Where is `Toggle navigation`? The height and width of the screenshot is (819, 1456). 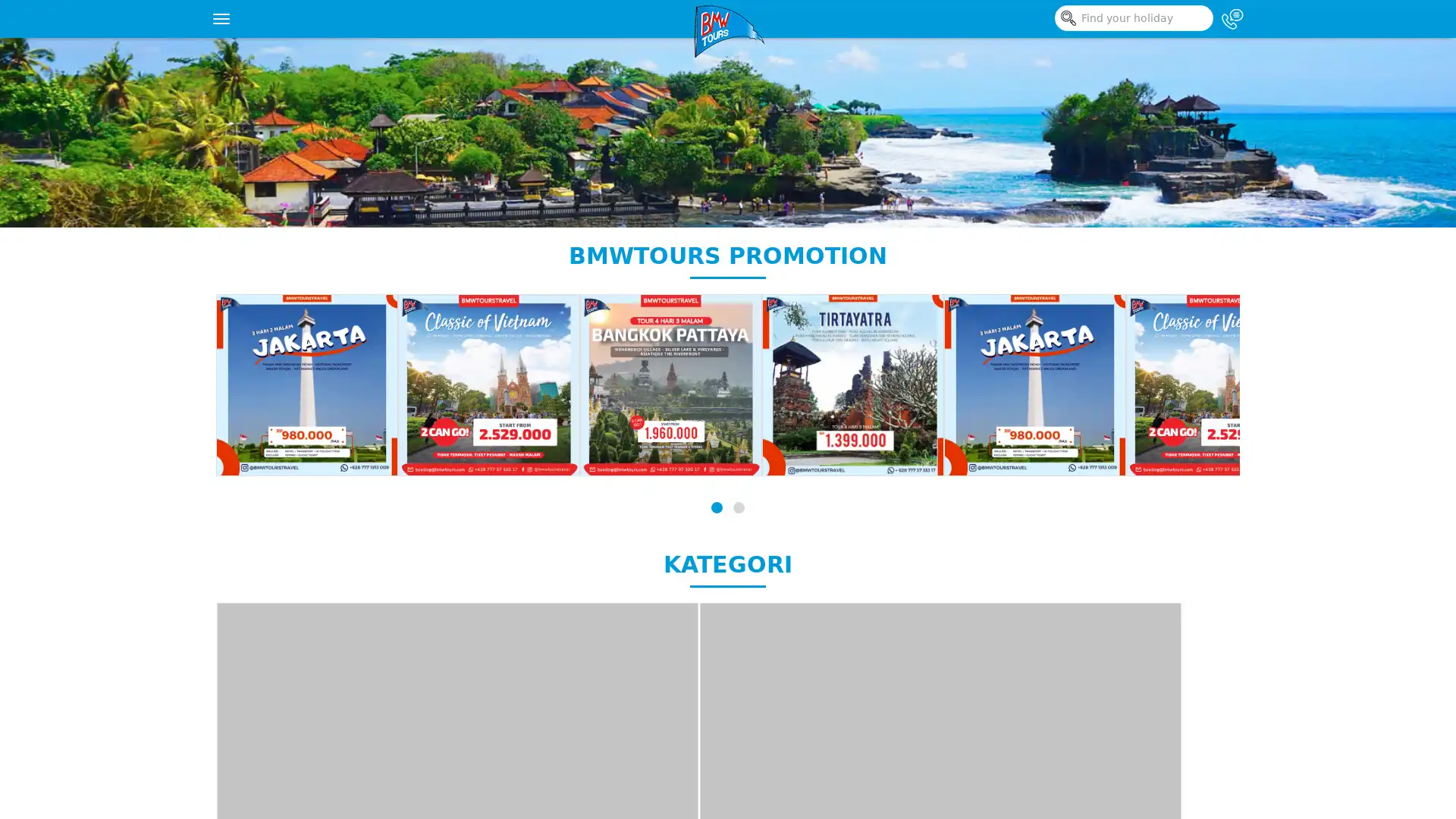 Toggle navigation is located at coordinates (221, 18).